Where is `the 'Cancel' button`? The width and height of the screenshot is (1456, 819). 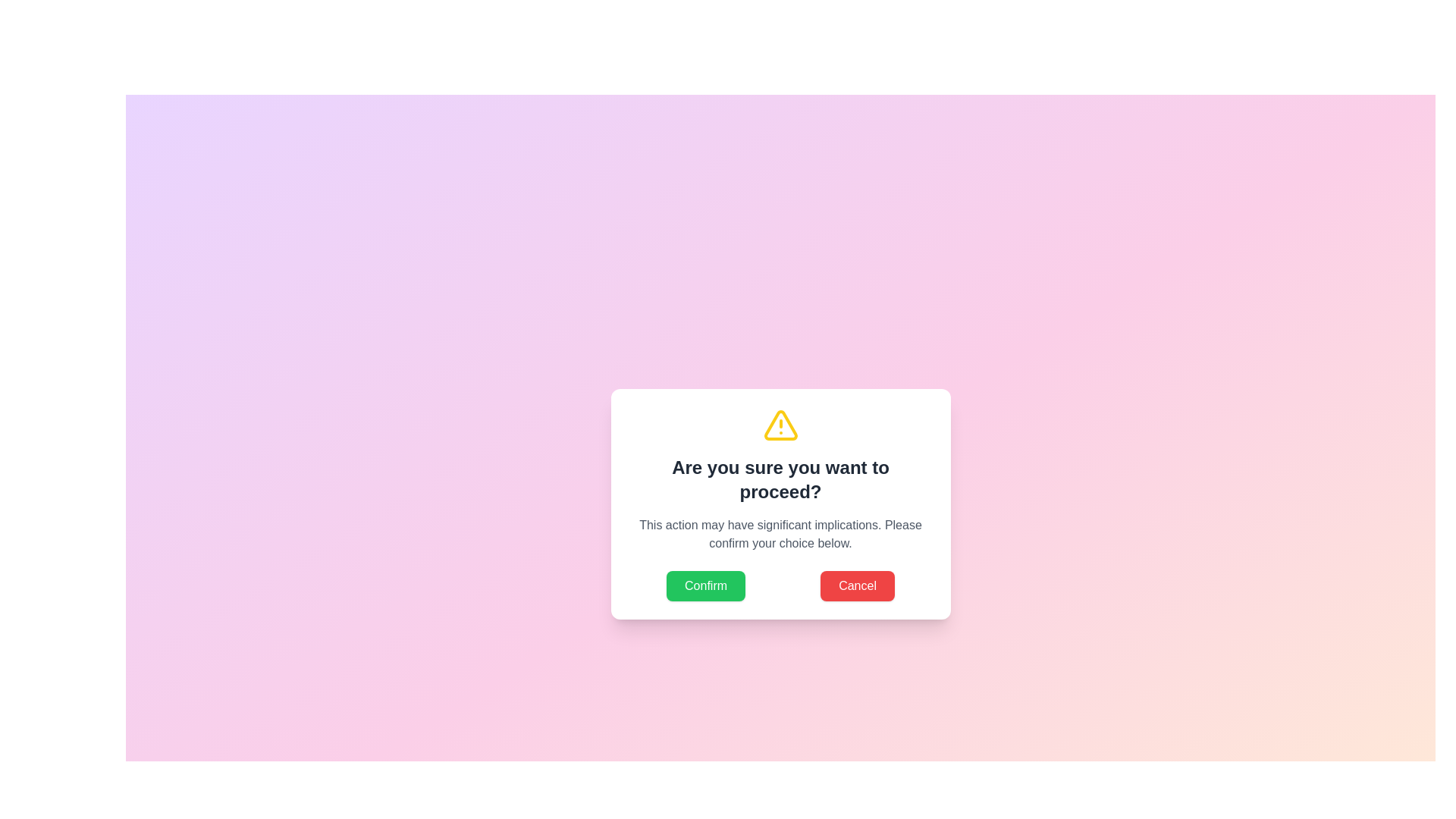 the 'Cancel' button is located at coordinates (858, 585).